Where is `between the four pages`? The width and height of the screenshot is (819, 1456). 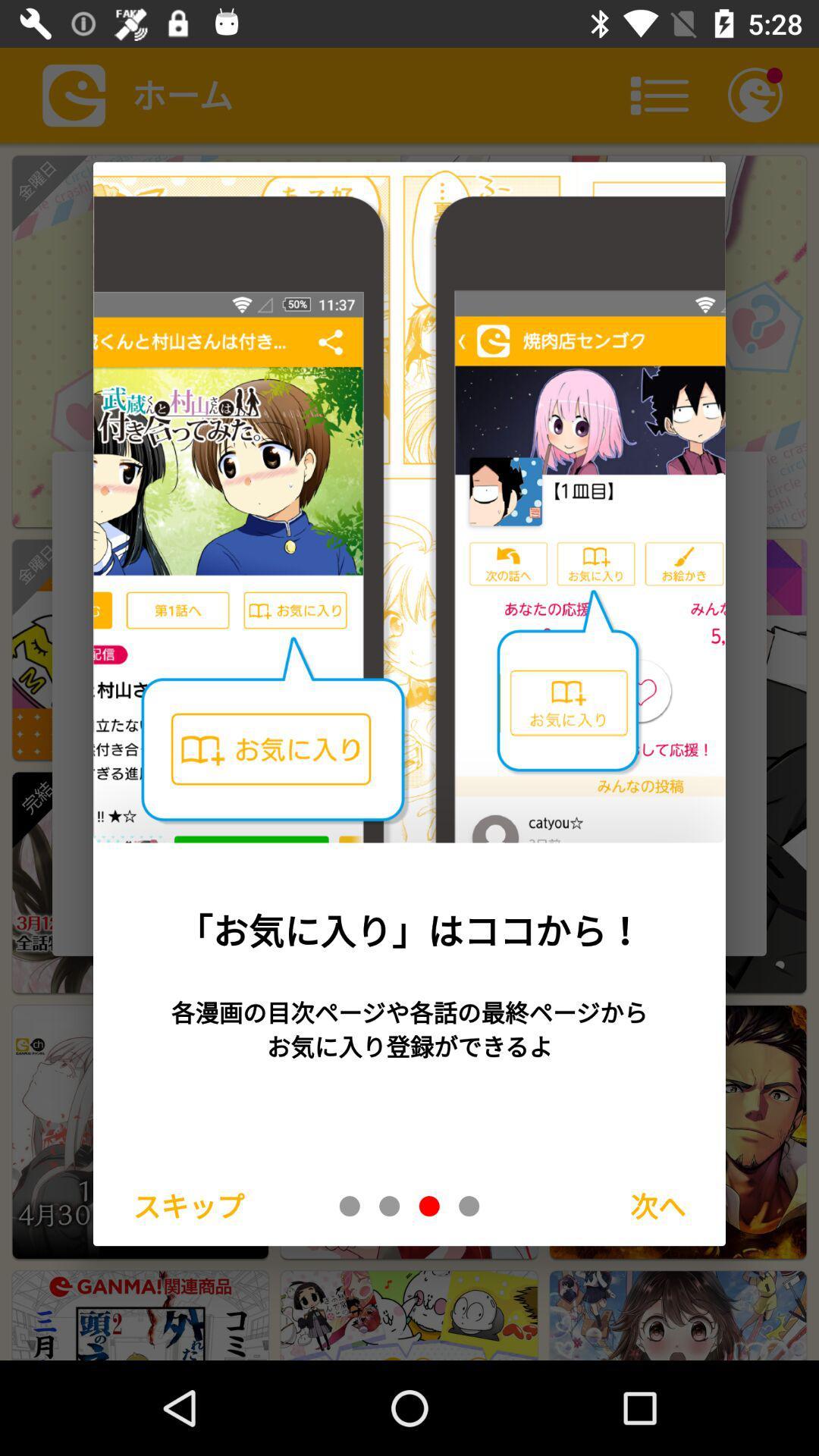 between the four pages is located at coordinates (429, 1205).